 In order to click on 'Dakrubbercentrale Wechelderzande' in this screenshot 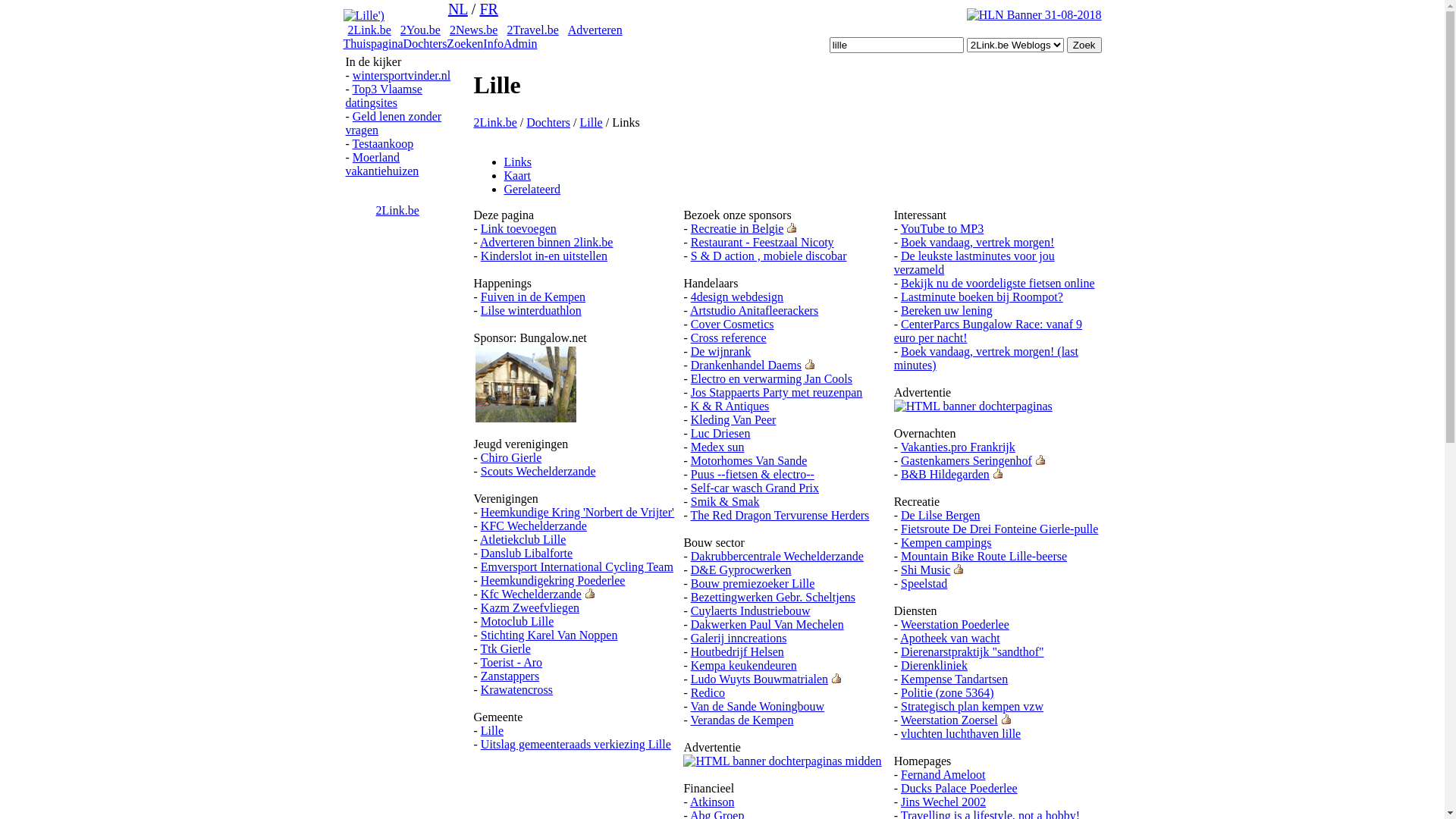, I will do `click(690, 556)`.